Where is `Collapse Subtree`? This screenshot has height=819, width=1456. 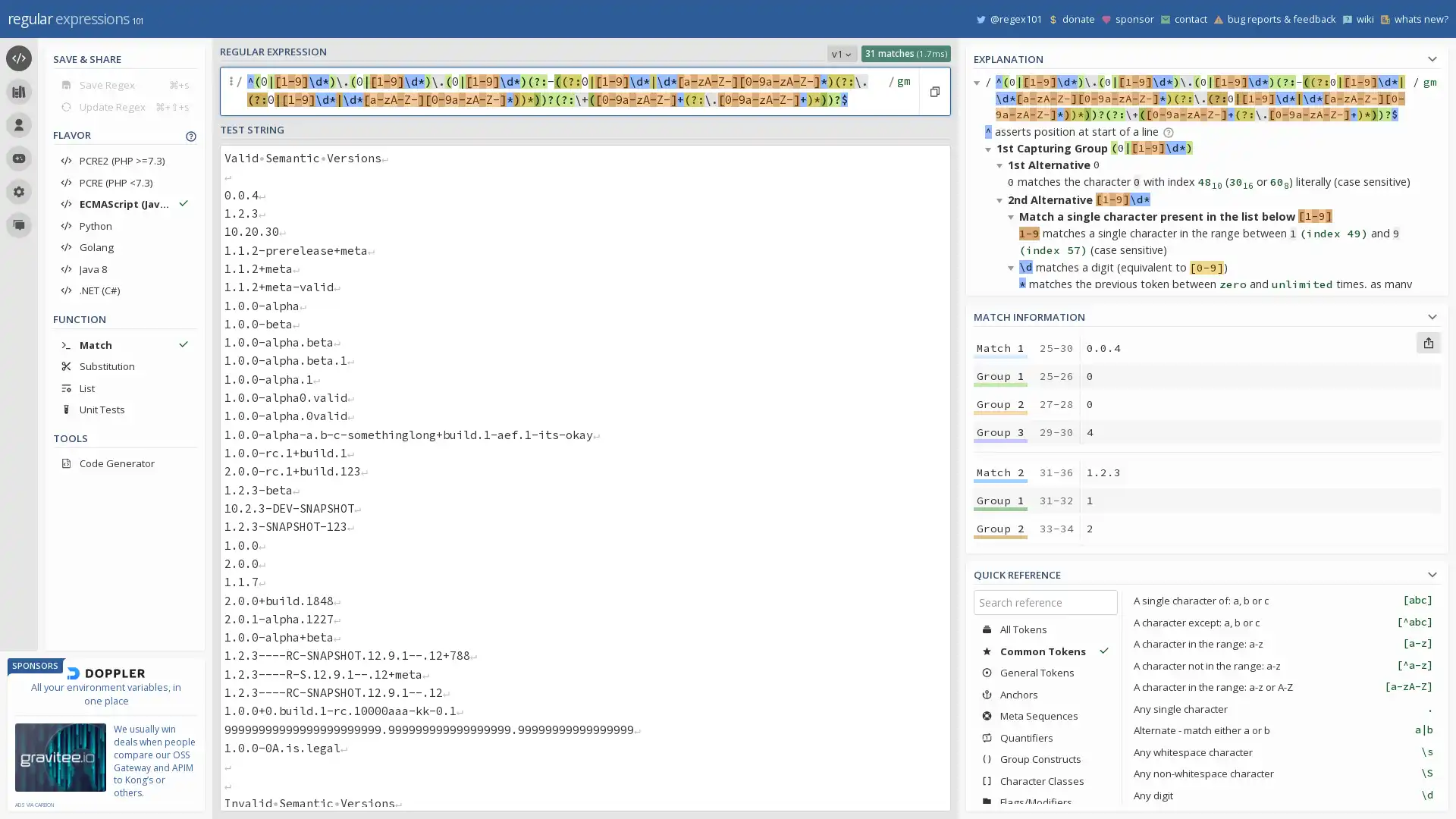
Collapse Subtree is located at coordinates (1013, 455).